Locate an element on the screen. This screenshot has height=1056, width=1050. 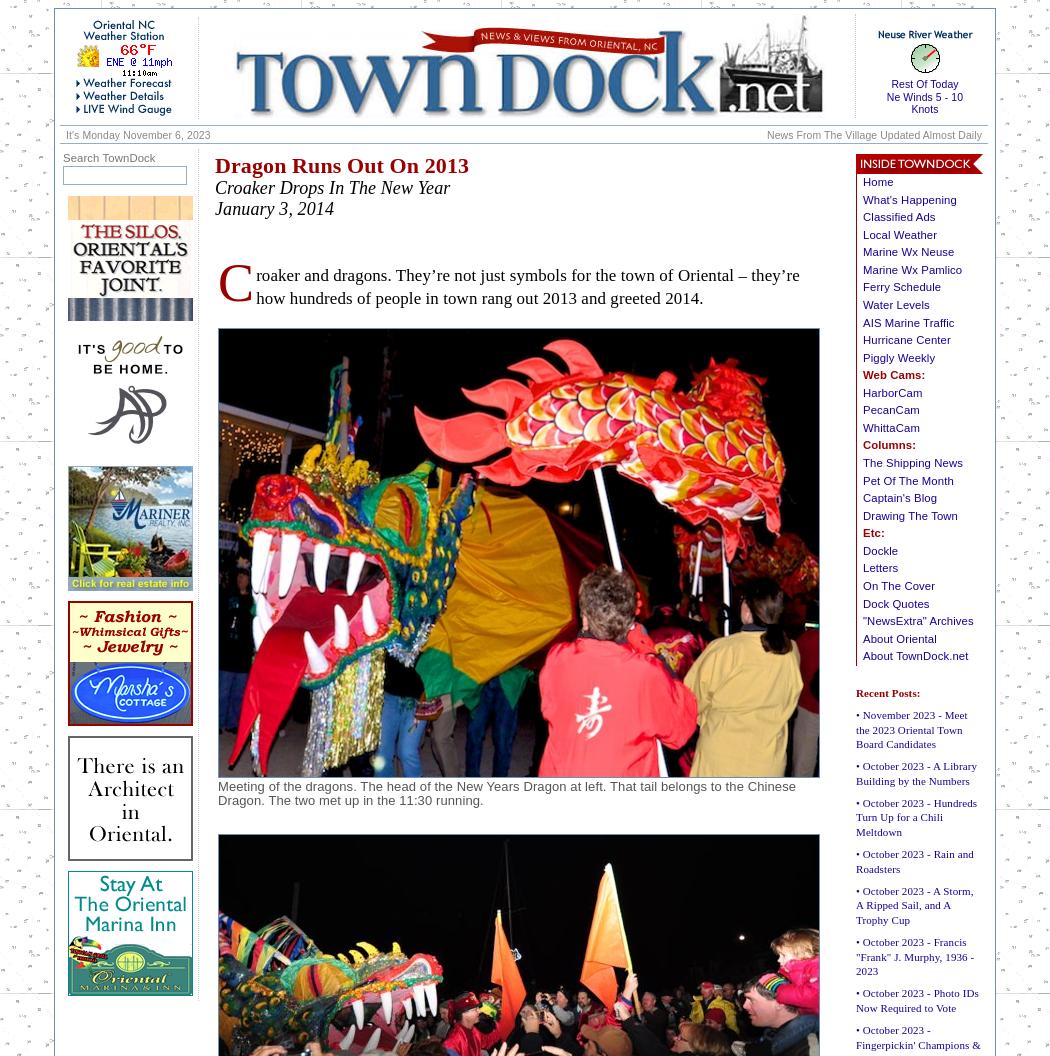
'Marine Wx Pamlico' is located at coordinates (862, 268).